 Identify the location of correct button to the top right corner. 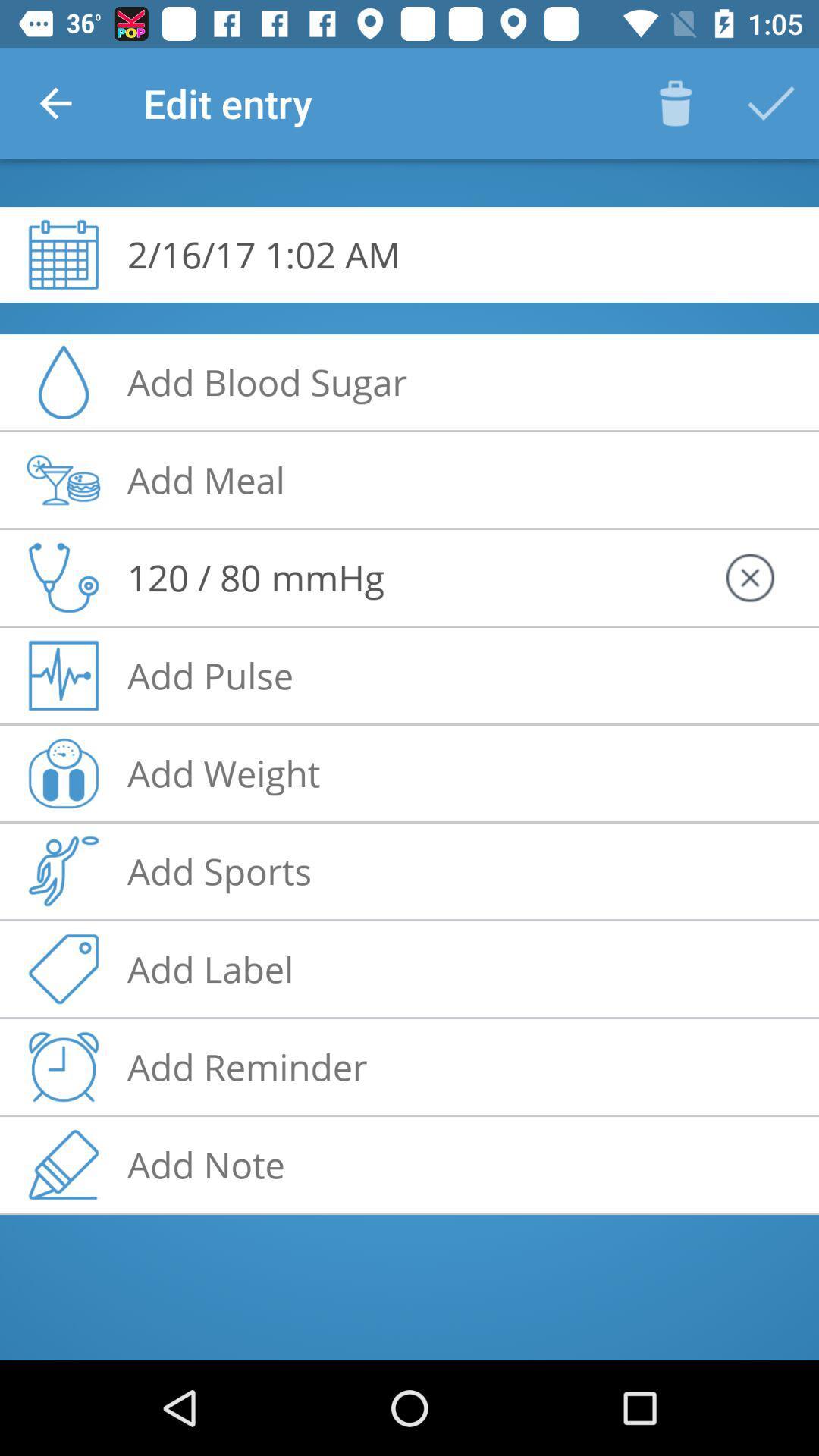
(771, 103).